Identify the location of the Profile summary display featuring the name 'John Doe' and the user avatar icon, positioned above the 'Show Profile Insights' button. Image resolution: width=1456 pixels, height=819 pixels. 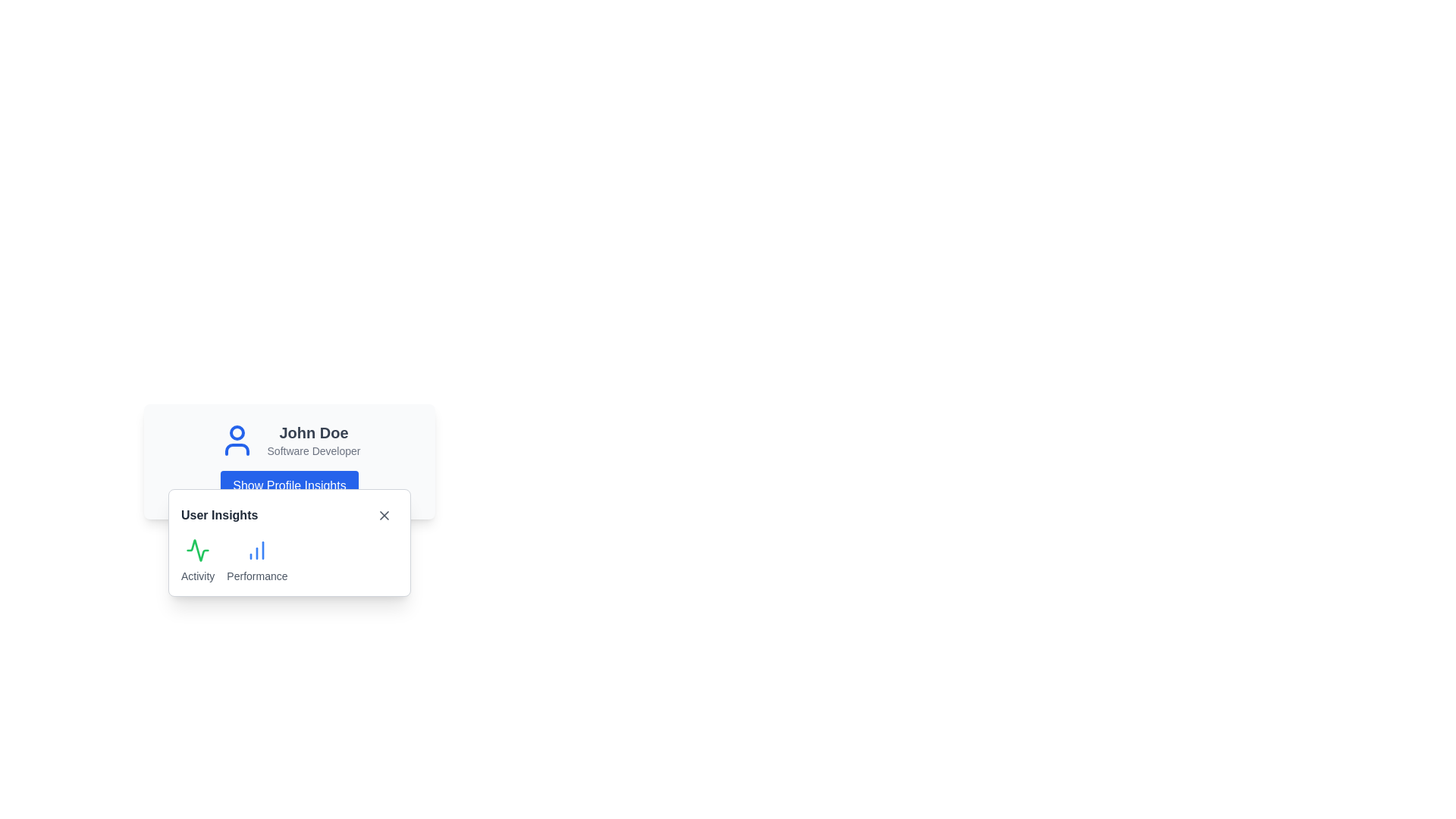
(290, 441).